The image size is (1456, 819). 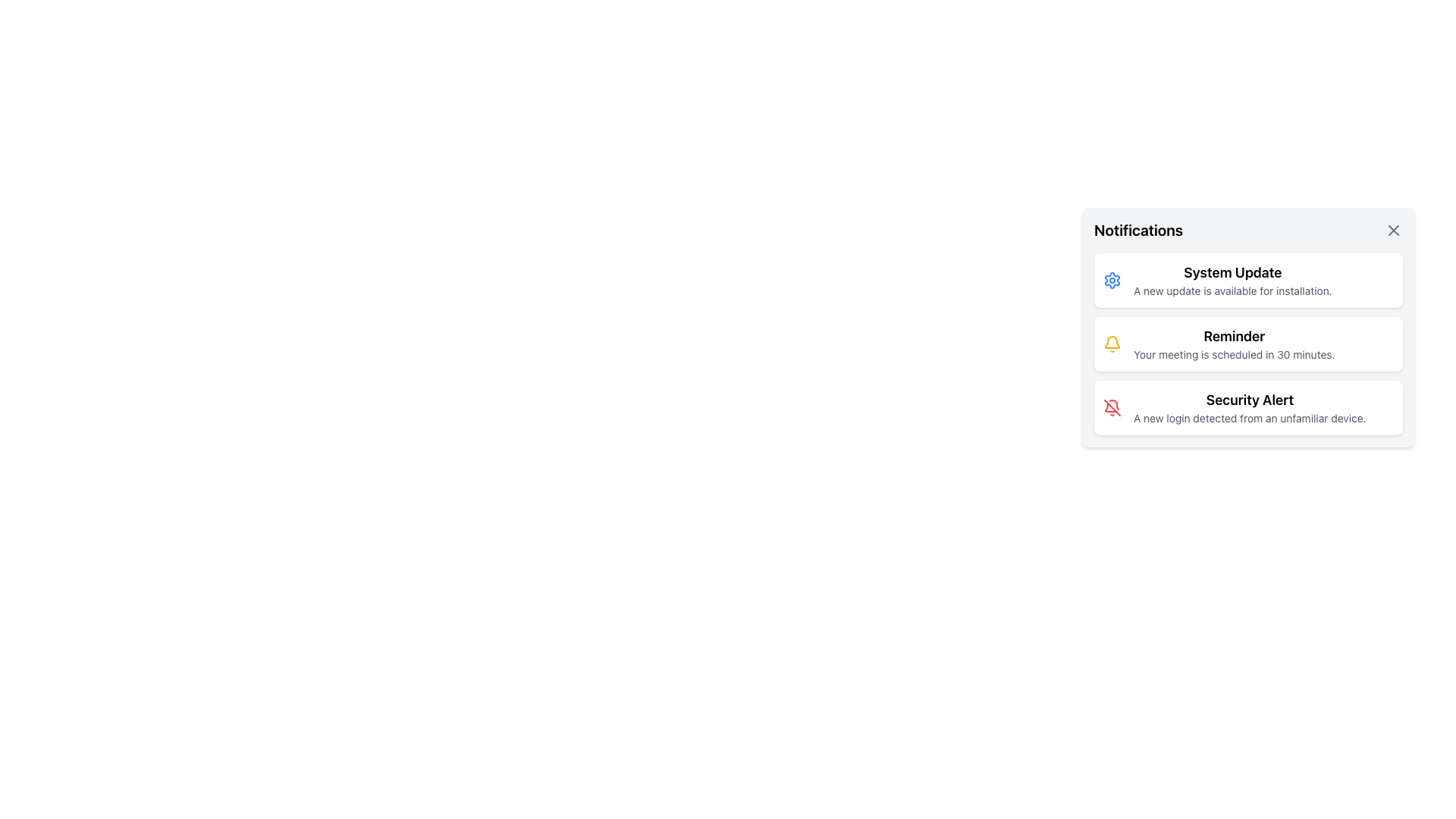 I want to click on the second notification regarding an upcoming meeting scheduled in 30 minutes, located under the 'Notifications' title, so click(x=1248, y=344).